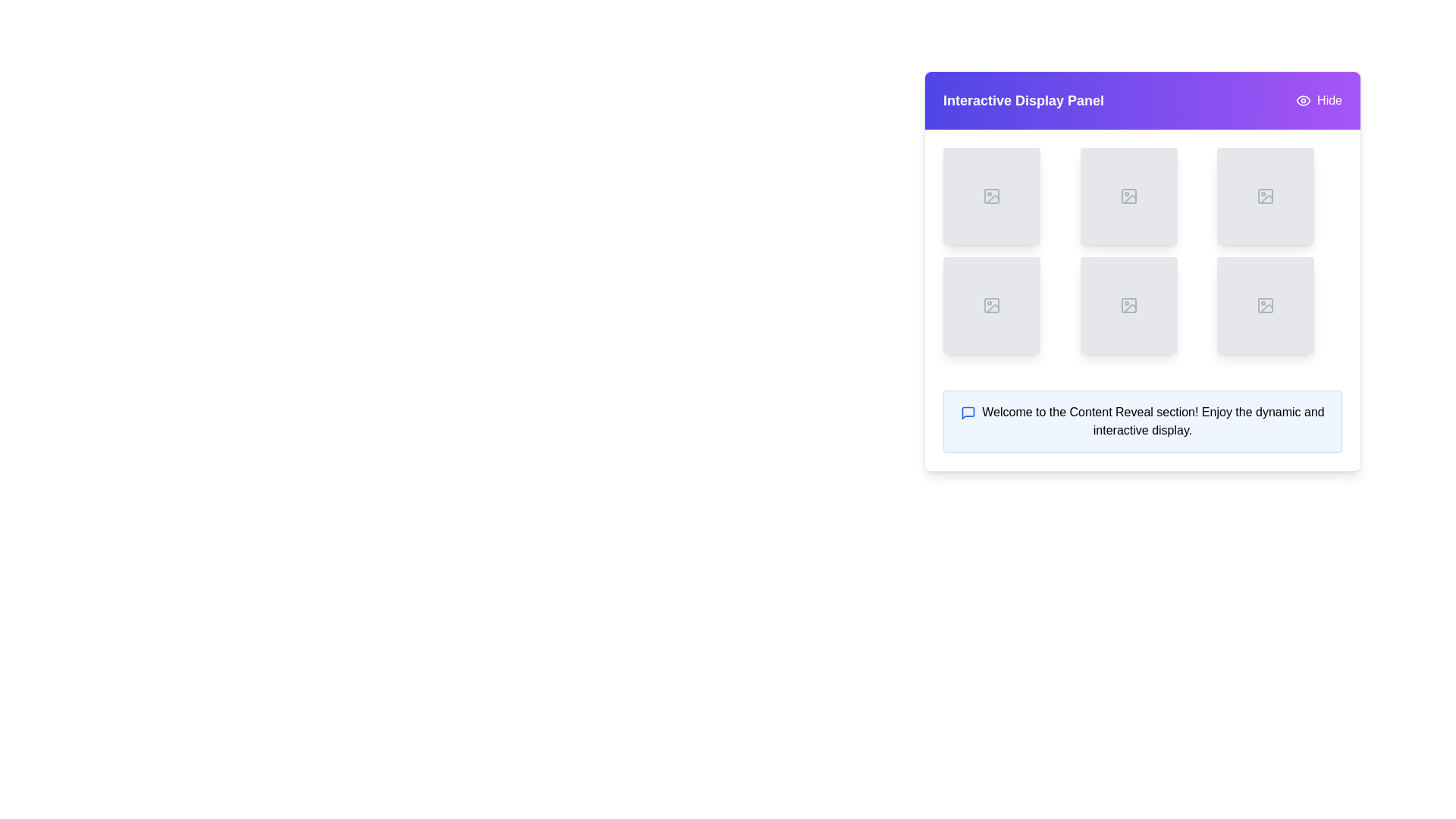 The height and width of the screenshot is (819, 1456). Describe the element at coordinates (992, 305) in the screenshot. I see `the rectangular icon with softly rounded corners in the second row, second column of the 2x3 grid layout within the 'Interactive Display Panel' section to interact` at that location.